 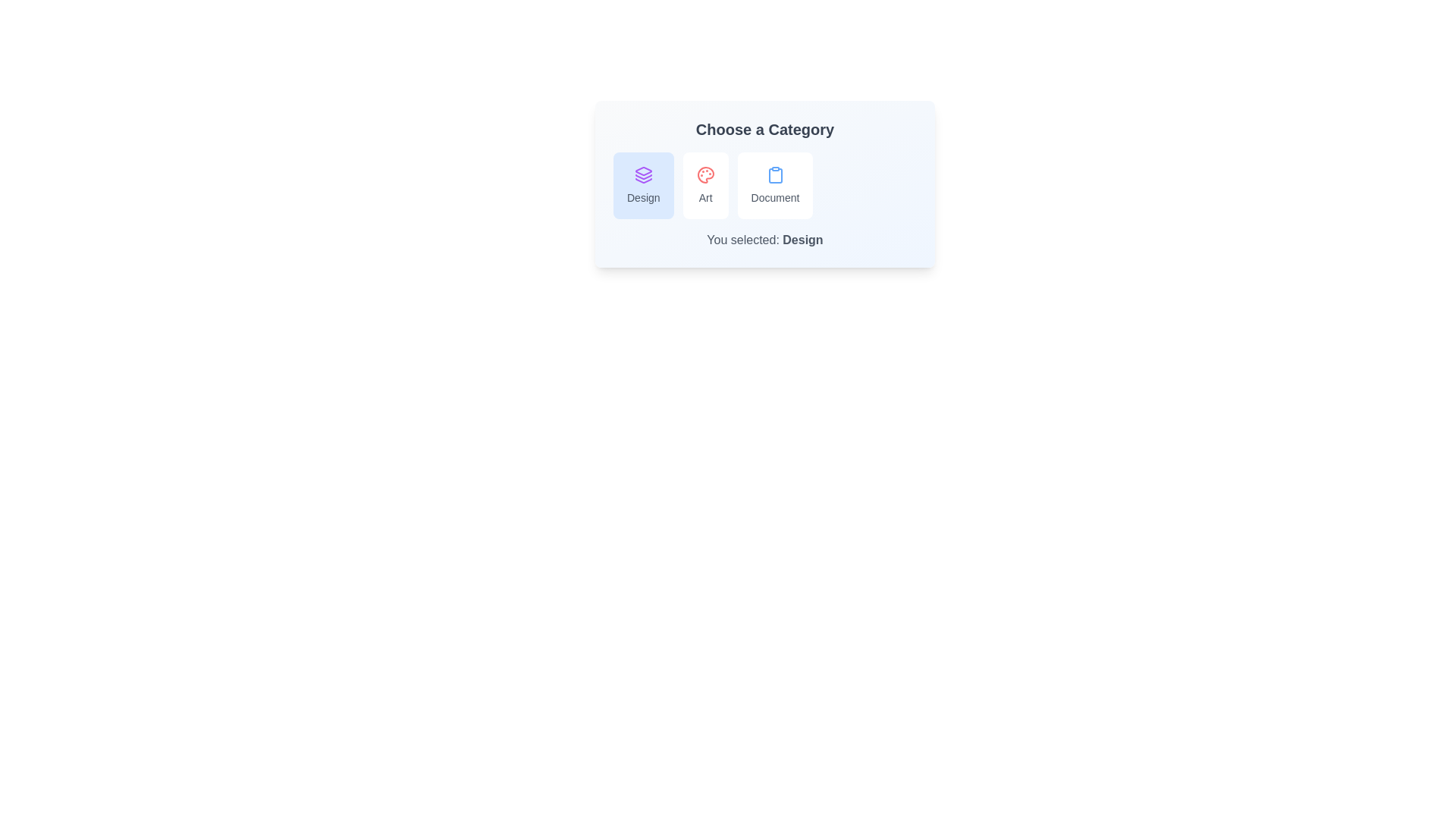 I want to click on the category Document by clicking on its respective chip, so click(x=775, y=185).